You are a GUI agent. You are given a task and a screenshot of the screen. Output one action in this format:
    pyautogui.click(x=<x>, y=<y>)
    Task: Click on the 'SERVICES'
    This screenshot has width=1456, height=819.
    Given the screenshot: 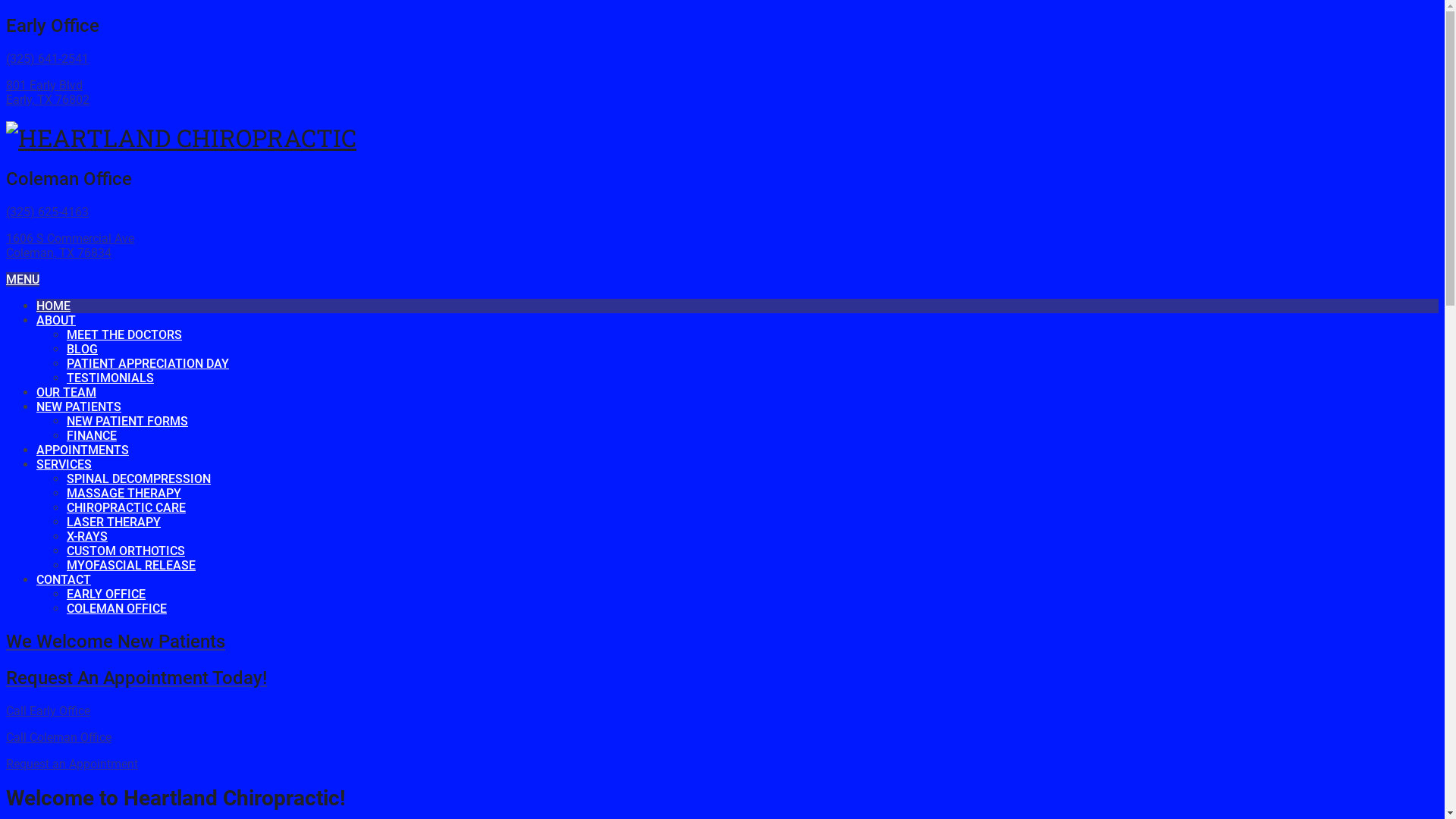 What is the action you would take?
    pyautogui.click(x=63, y=463)
    